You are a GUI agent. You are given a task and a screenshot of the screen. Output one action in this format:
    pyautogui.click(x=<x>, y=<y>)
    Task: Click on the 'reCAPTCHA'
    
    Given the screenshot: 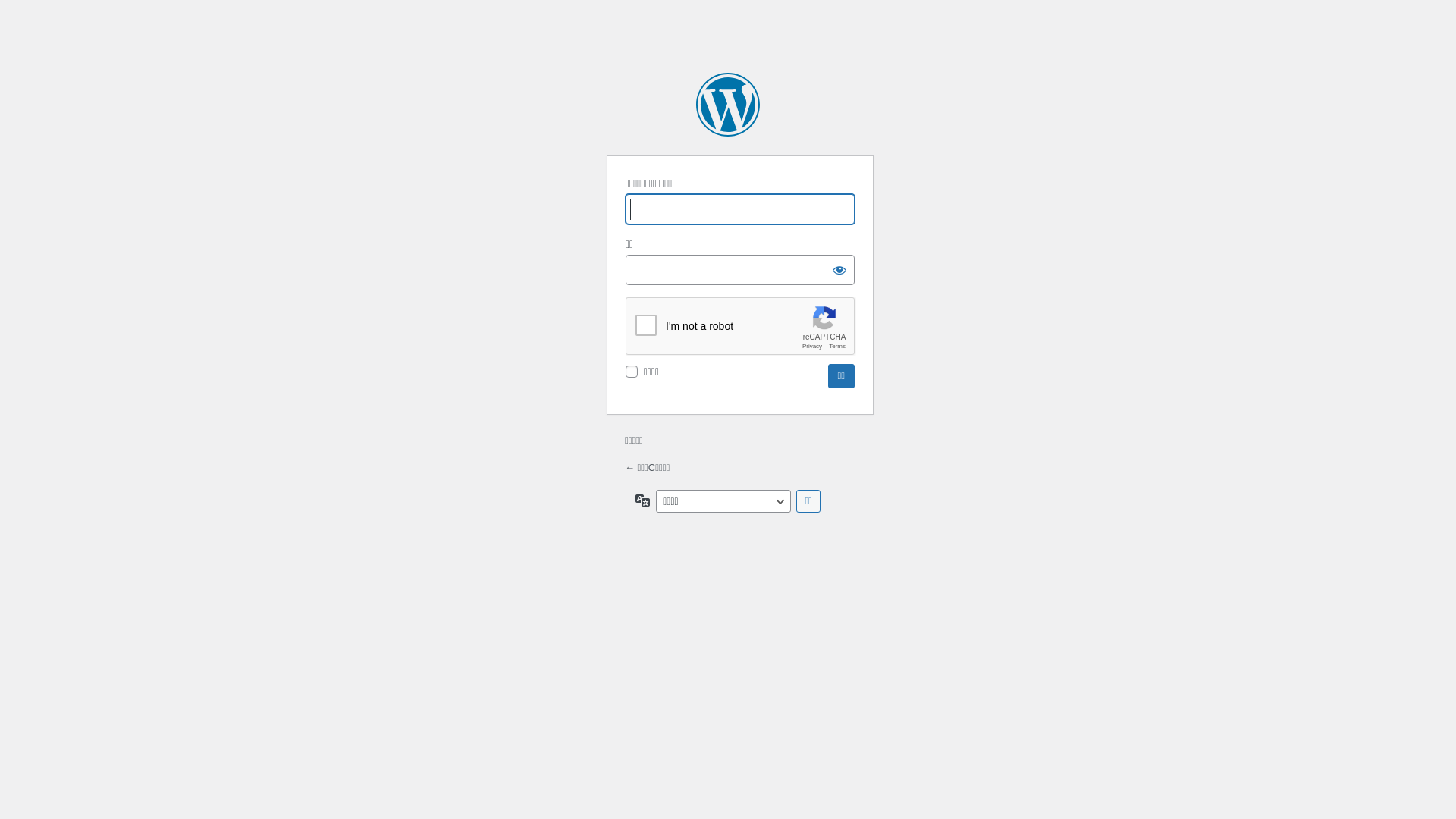 What is the action you would take?
    pyautogui.click(x=741, y=326)
    